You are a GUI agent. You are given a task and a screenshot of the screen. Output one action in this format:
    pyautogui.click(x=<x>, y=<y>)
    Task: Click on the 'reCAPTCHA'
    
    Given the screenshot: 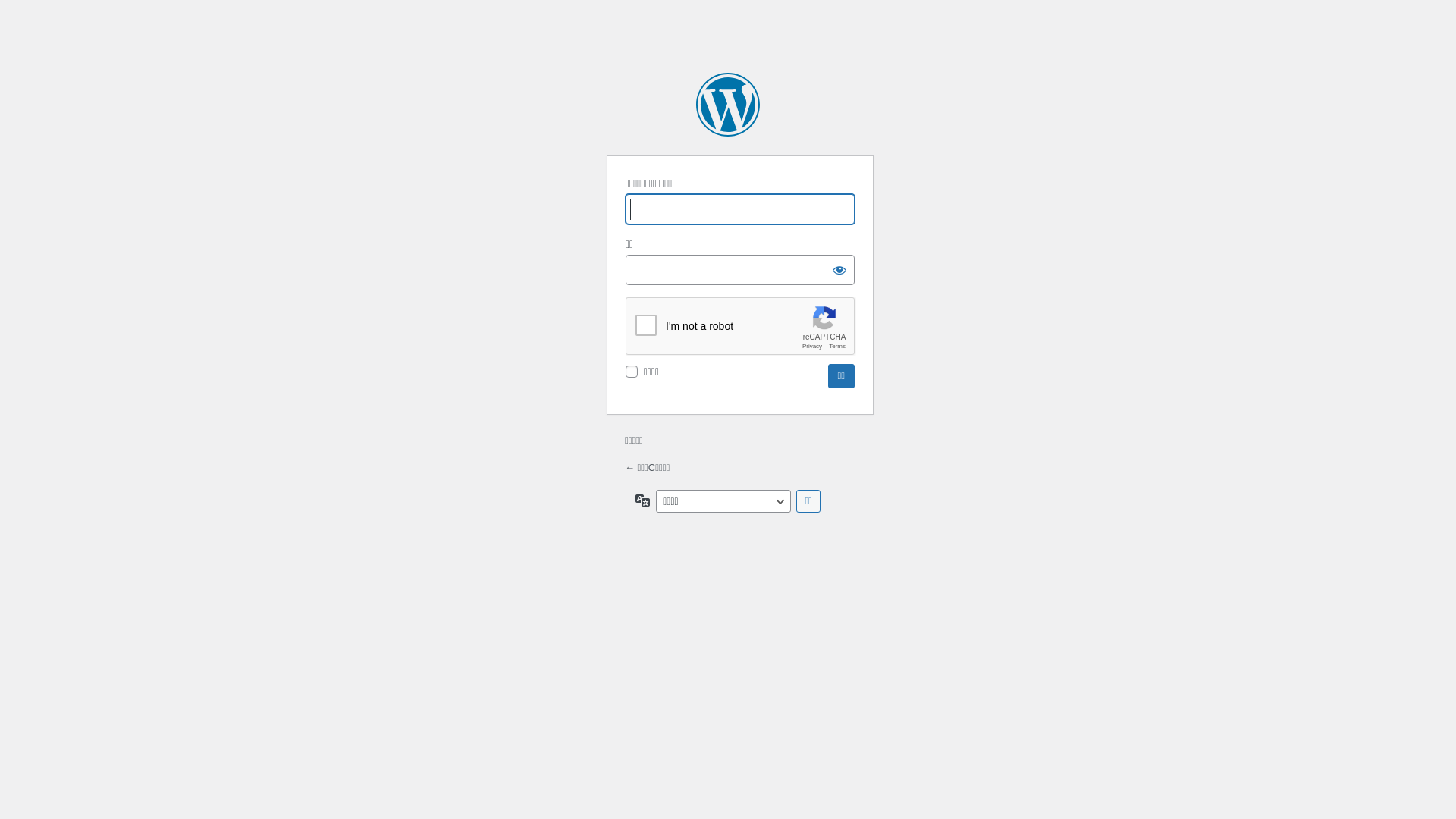 What is the action you would take?
    pyautogui.click(x=741, y=326)
    